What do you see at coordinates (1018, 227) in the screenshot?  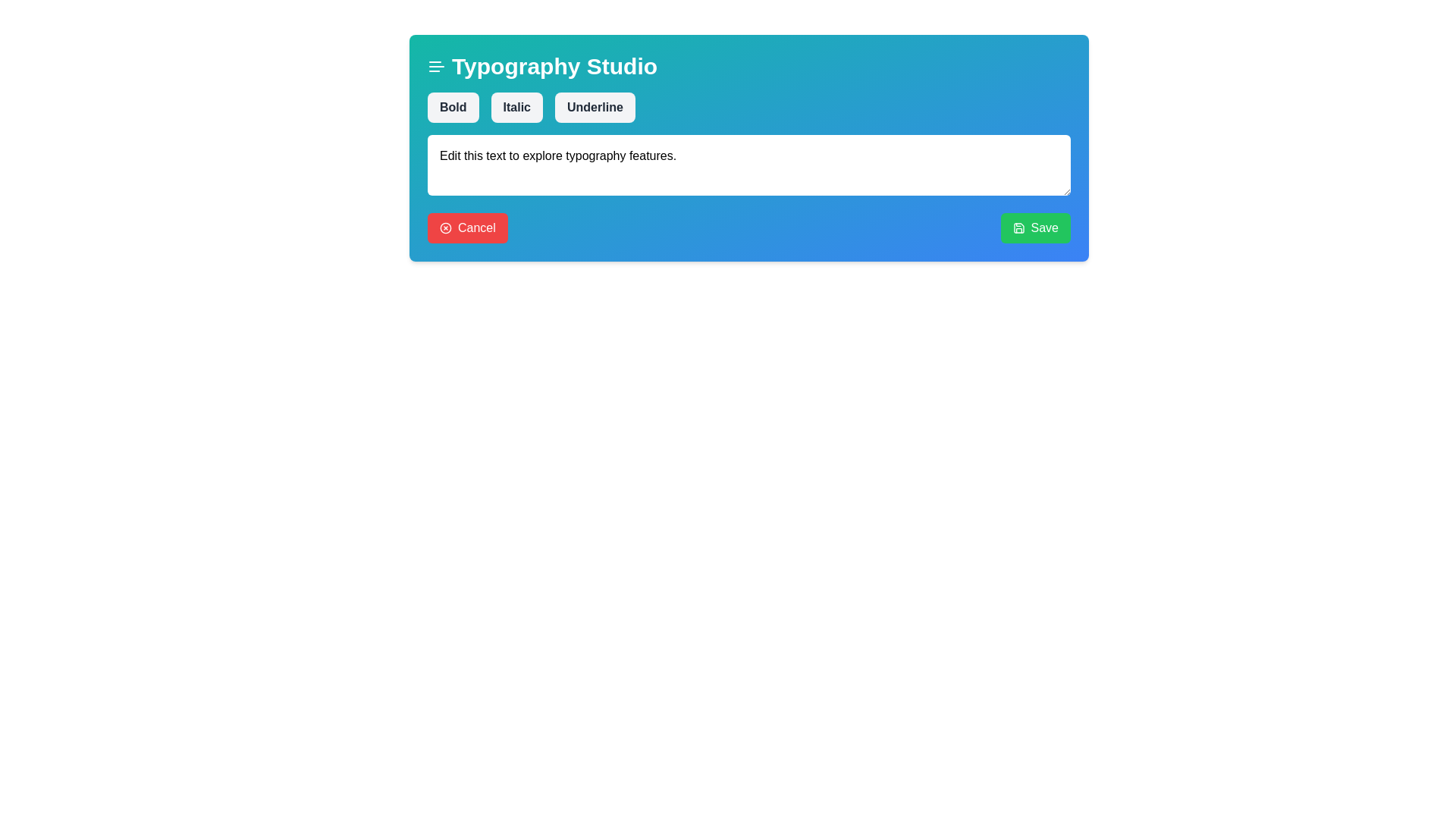 I see `the save button containing the green SVG save icon located in the bottom-right corner of the blue interface panel` at bounding box center [1018, 227].